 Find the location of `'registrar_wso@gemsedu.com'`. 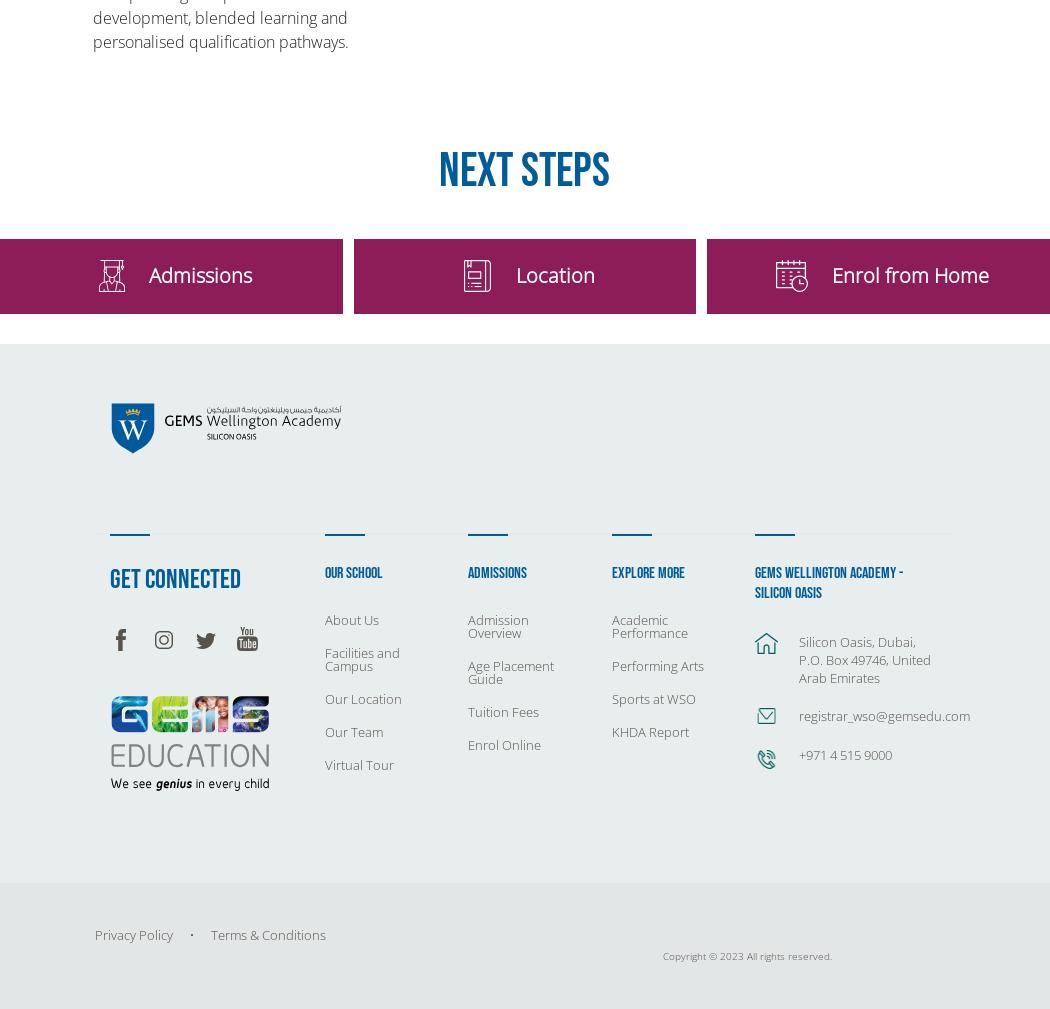

'registrar_wso@gemsedu.com' is located at coordinates (883, 715).